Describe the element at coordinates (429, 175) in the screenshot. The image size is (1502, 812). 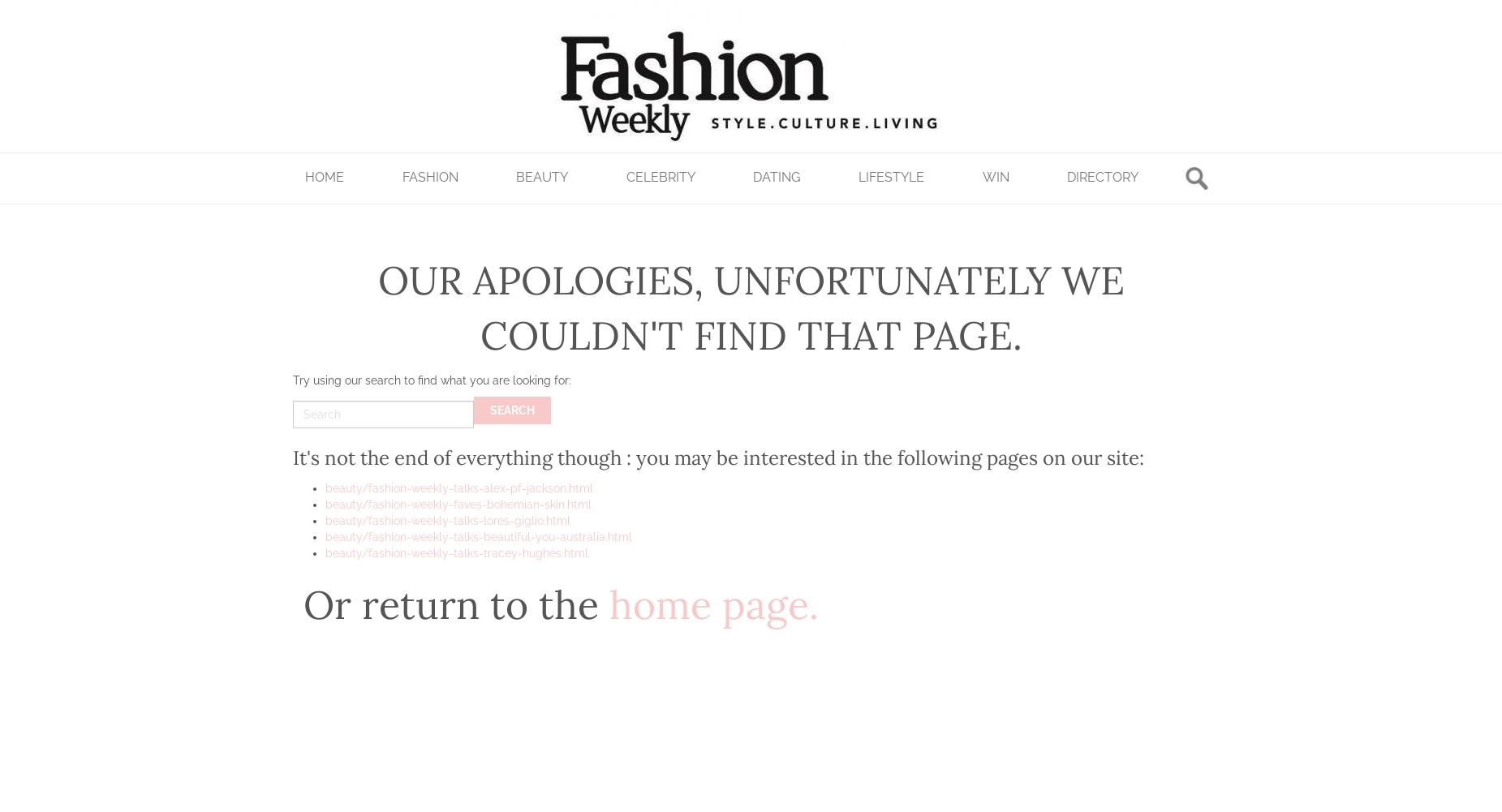
I see `'Fashion'` at that location.